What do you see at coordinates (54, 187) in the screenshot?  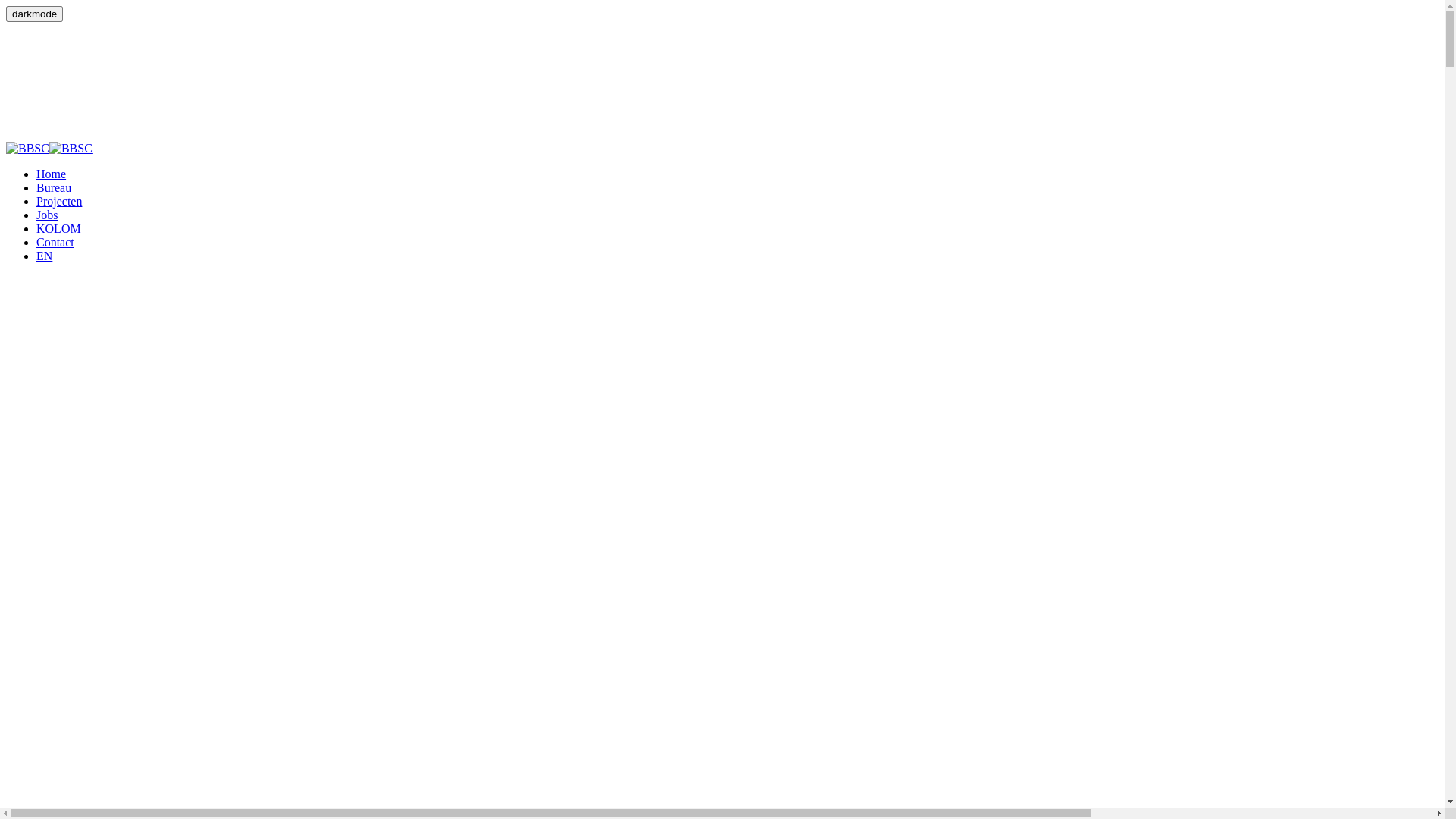 I see `'Bureau'` at bounding box center [54, 187].